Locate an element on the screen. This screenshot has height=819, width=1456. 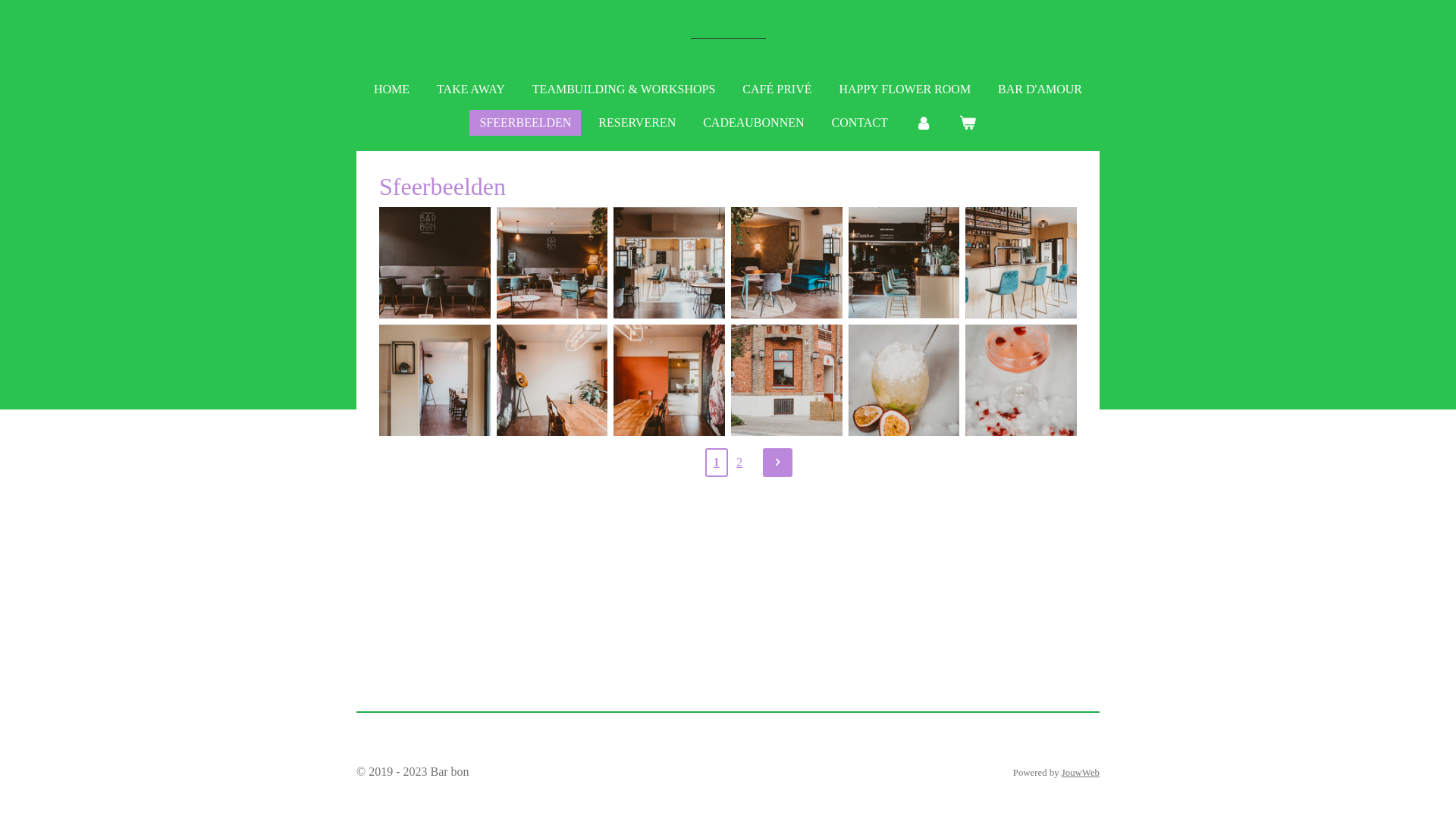
'TEAMBUILDING & WORKSHOPS' is located at coordinates (522, 89).